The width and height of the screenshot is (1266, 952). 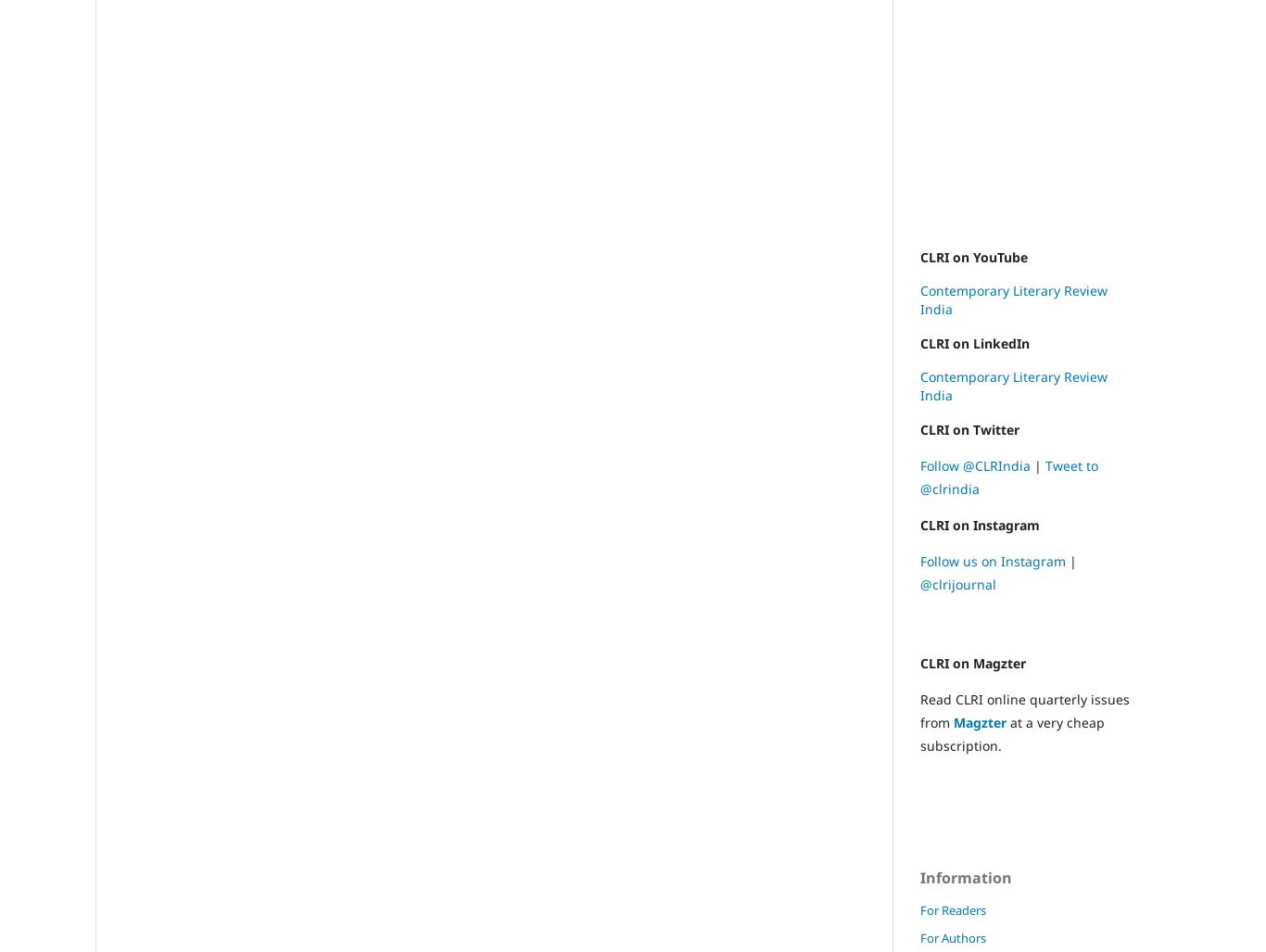 What do you see at coordinates (965, 877) in the screenshot?
I see `'Information'` at bounding box center [965, 877].